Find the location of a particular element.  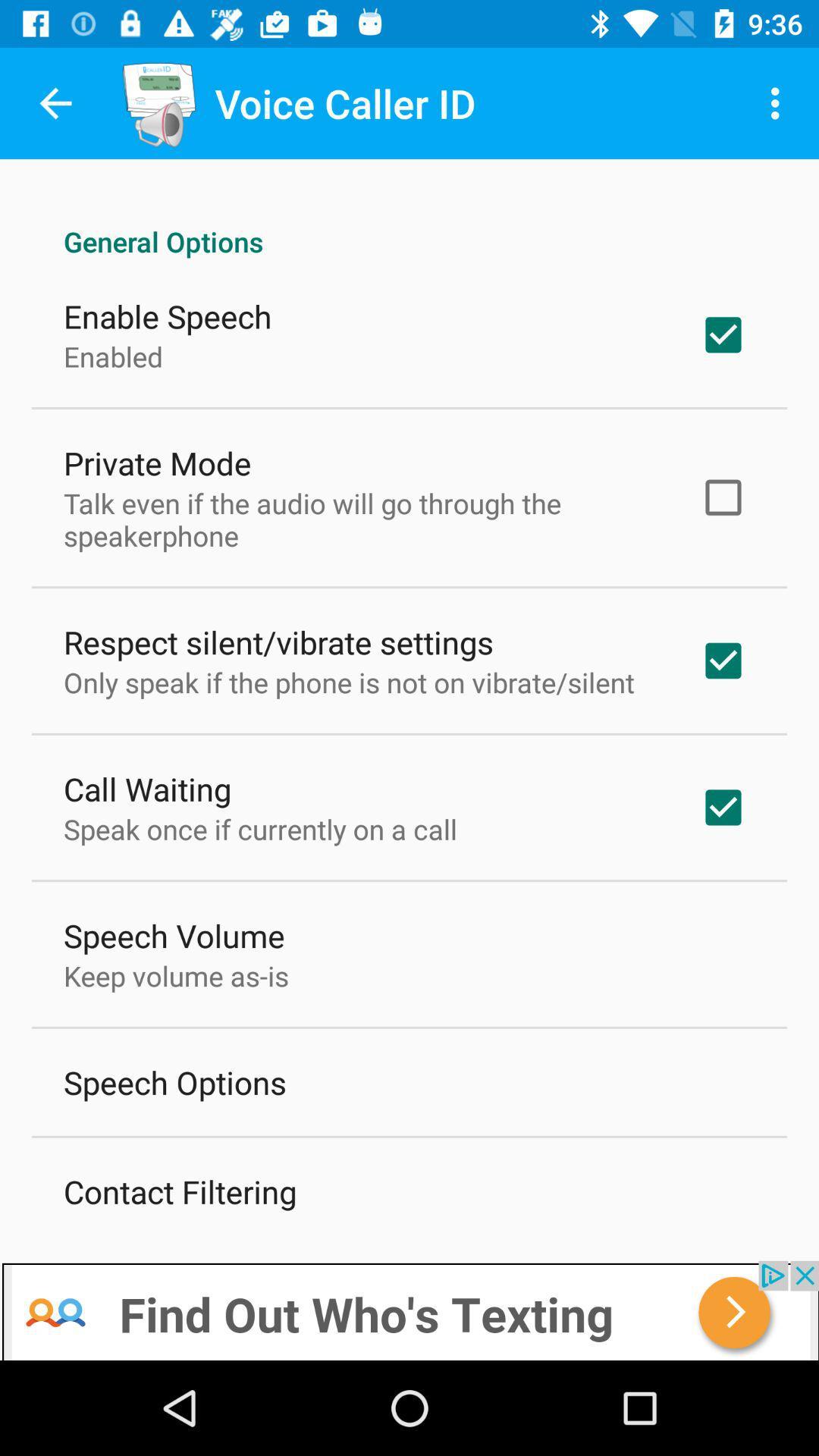

trucaller id is located at coordinates (409, 1310).